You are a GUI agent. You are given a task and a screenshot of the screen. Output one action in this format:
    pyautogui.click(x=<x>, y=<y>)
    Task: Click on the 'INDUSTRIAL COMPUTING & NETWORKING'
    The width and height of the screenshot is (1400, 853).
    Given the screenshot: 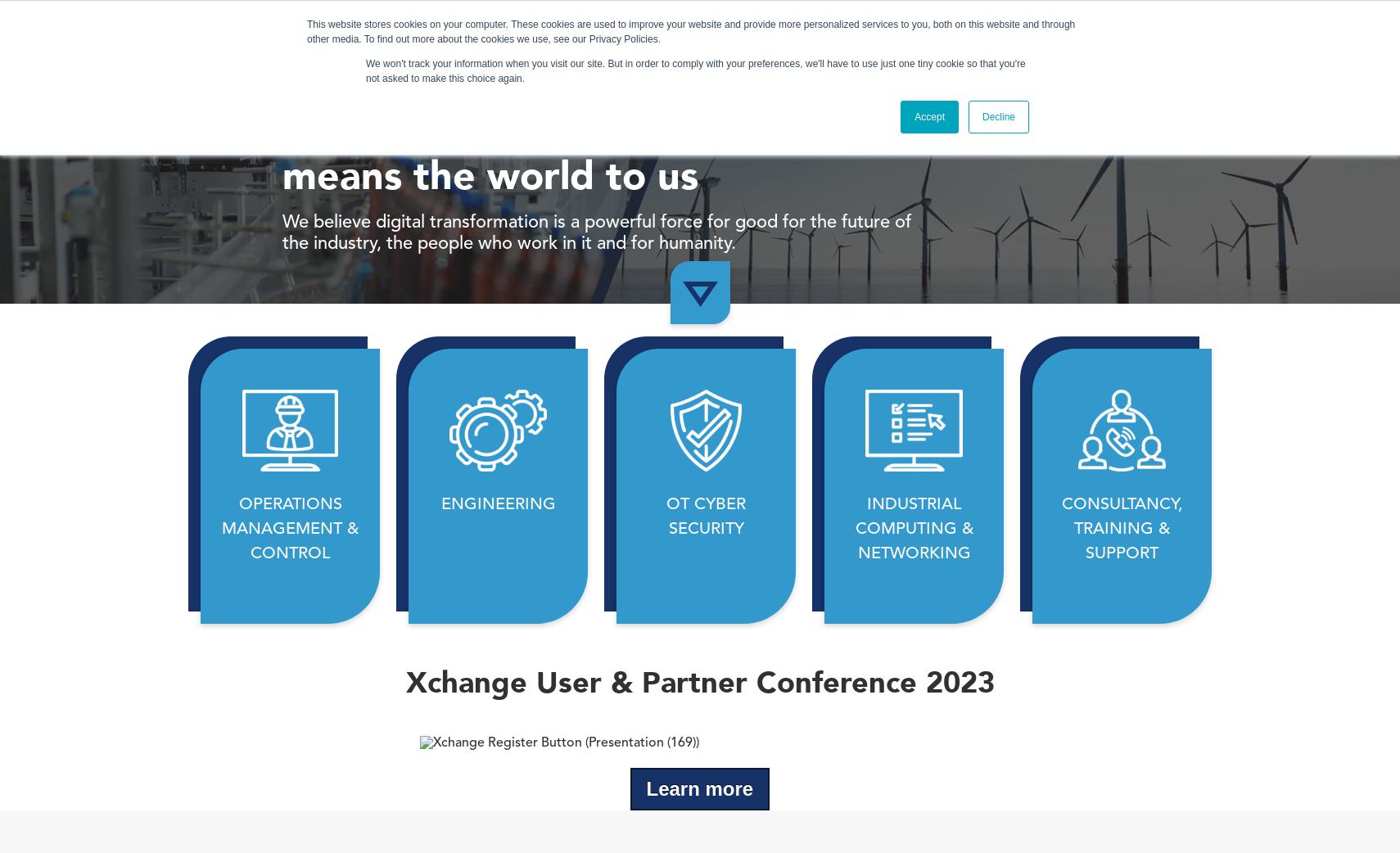 What is the action you would take?
    pyautogui.click(x=912, y=529)
    